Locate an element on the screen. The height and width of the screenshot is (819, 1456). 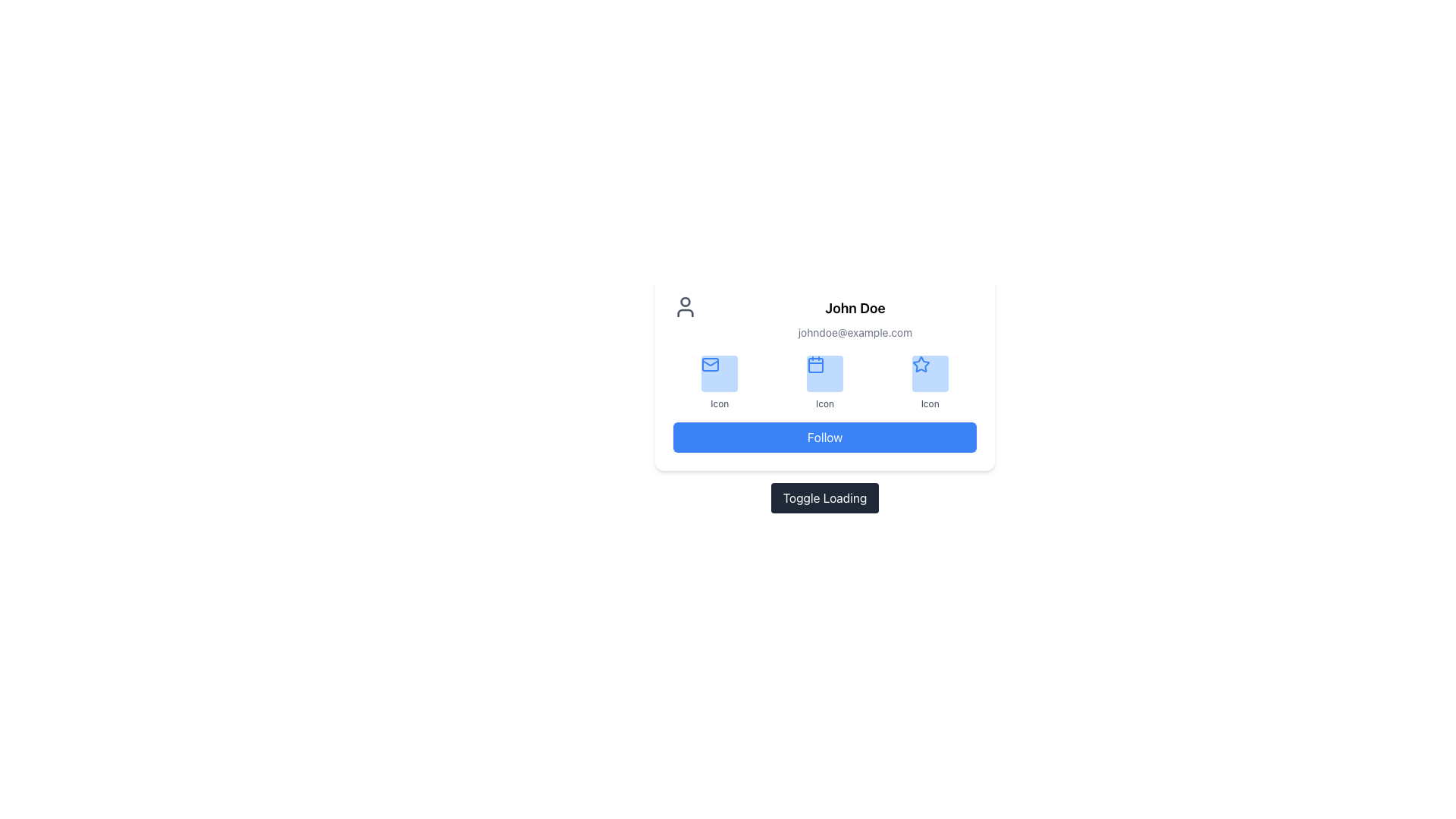
the text block displaying the user's name and email address, which is located to the right of the avatar in the user profile layout is located at coordinates (855, 318).